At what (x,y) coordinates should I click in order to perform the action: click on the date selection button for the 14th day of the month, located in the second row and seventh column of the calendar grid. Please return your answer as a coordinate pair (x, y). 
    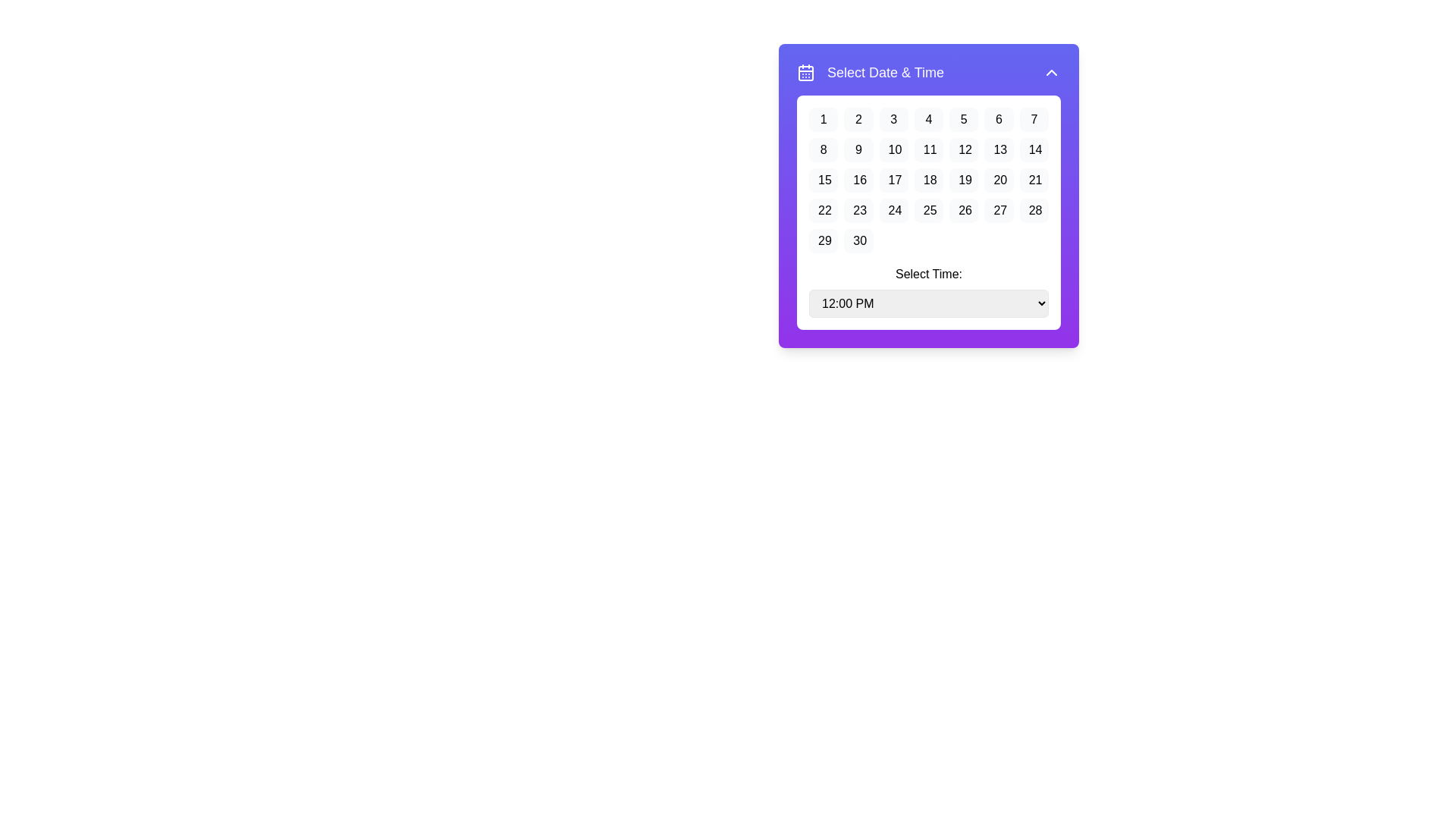
    Looking at the image, I should click on (1033, 149).